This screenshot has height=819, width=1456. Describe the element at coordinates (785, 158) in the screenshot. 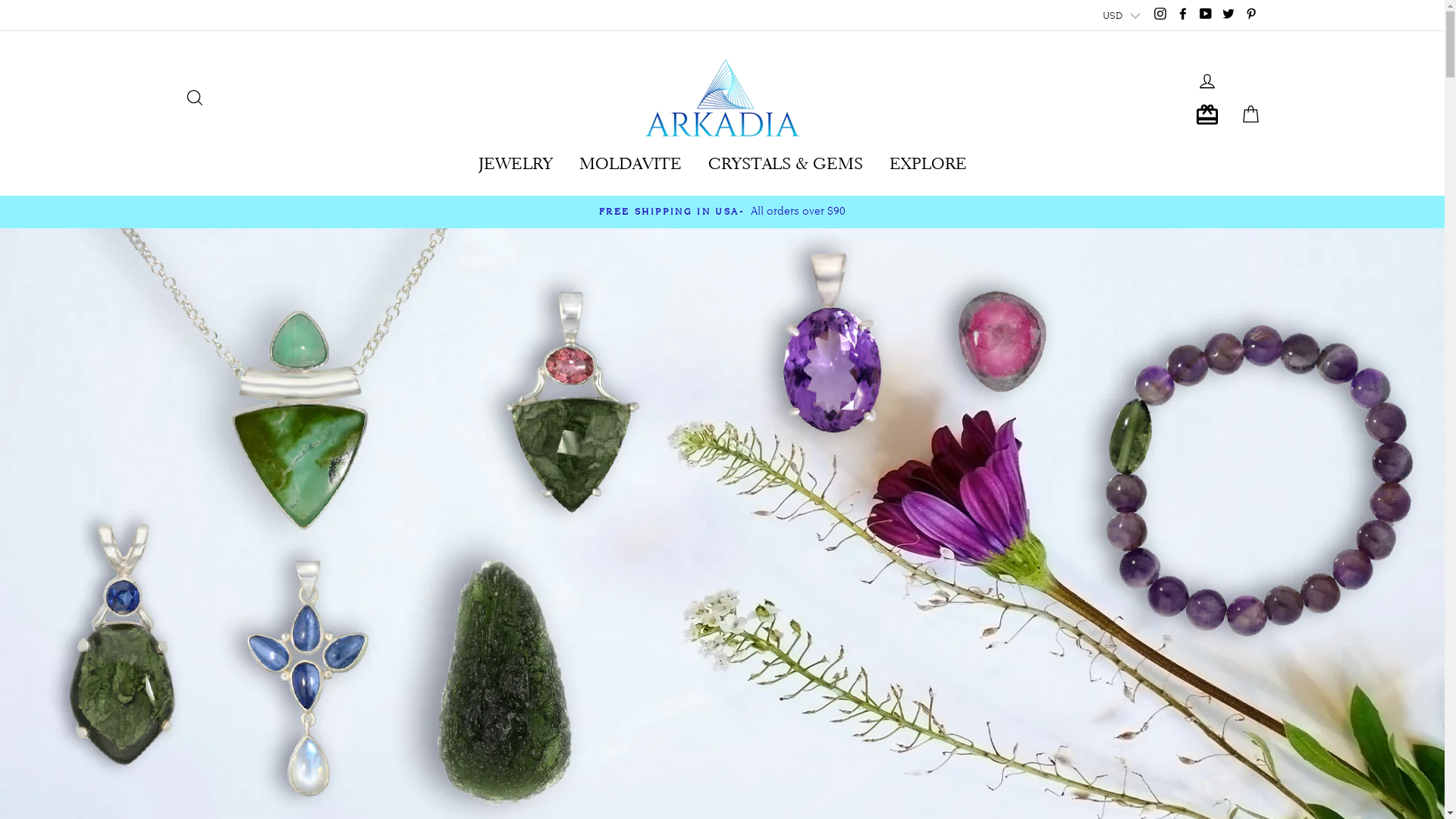

I see `'CRYSTALS & GEMS'` at that location.